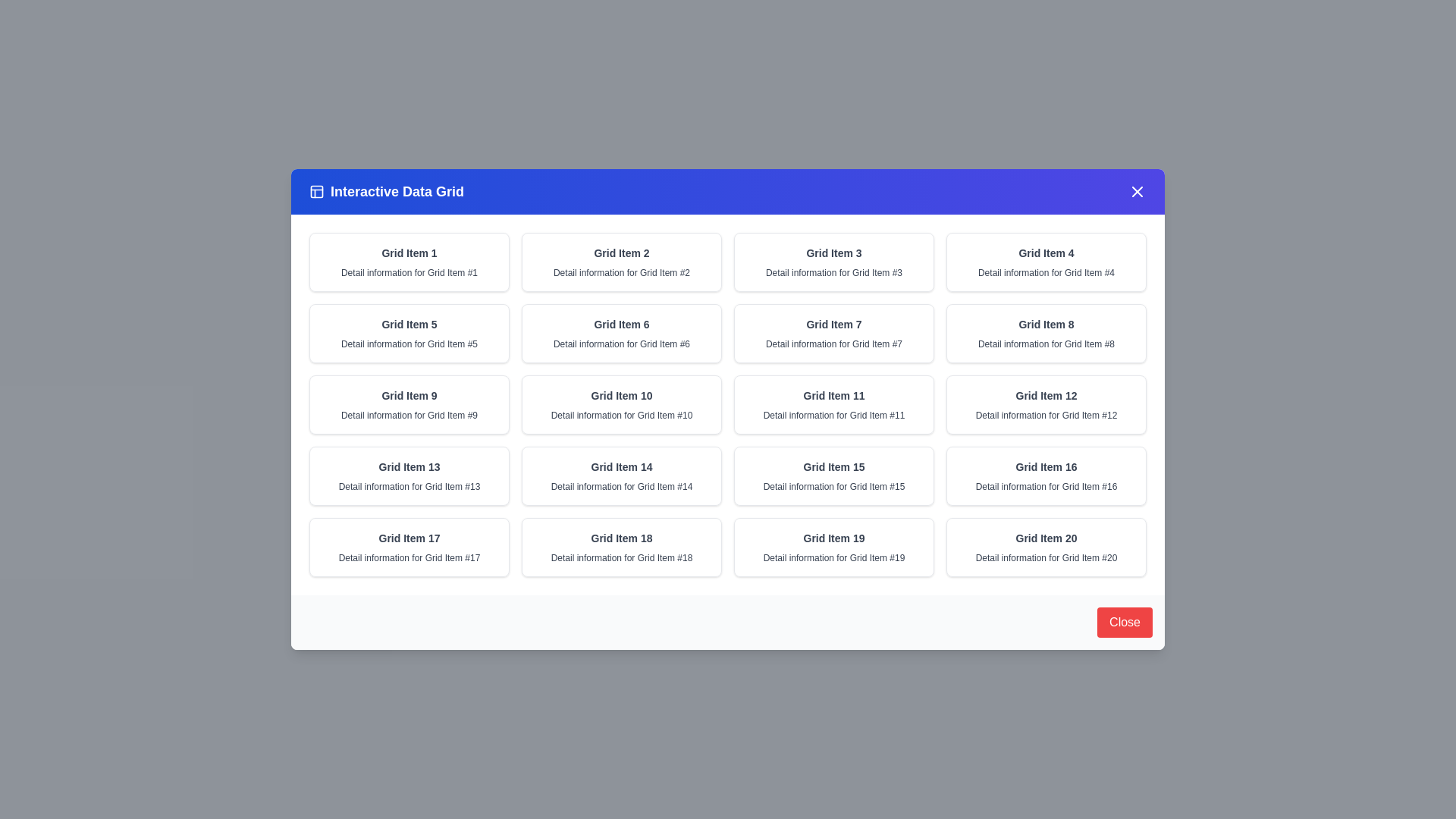  I want to click on the close button in the dialog header to close the dialog, so click(1137, 191).